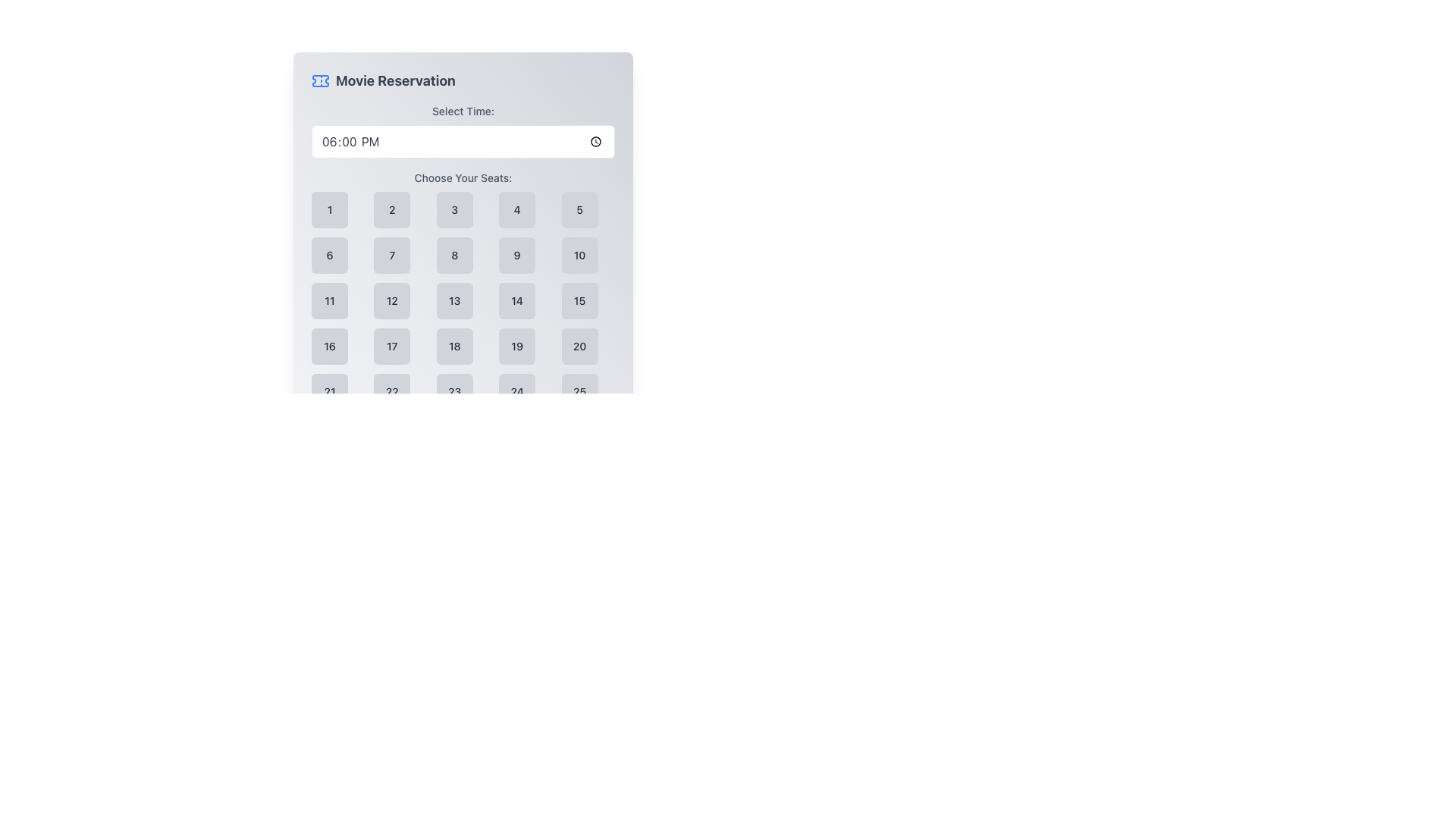  I want to click on the decorative ticket icon within the SVG graphic element located adjacent to the 'Movie Reservation' header text, so click(319, 81).